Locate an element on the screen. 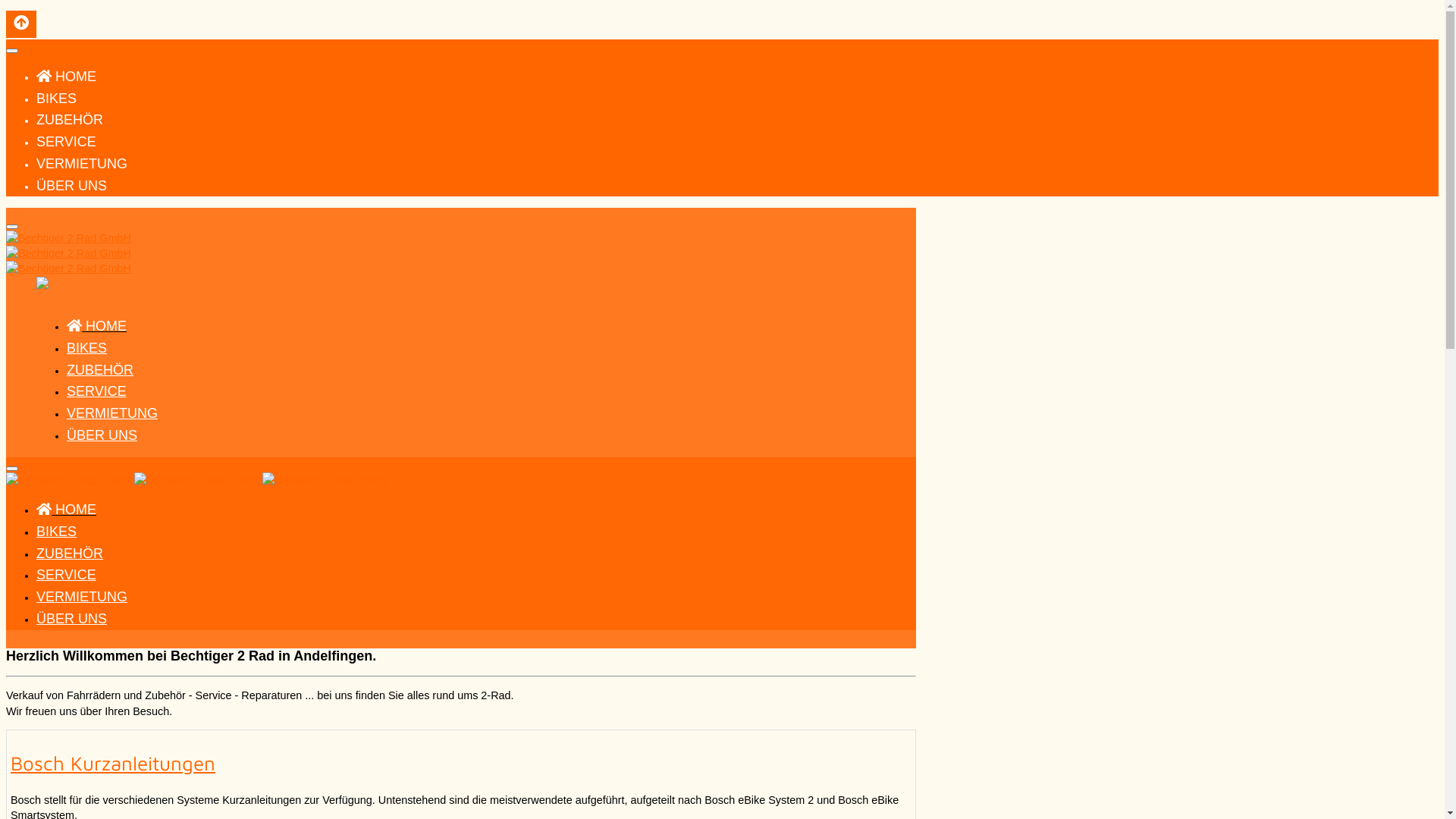  'BIKES' is located at coordinates (86, 348).